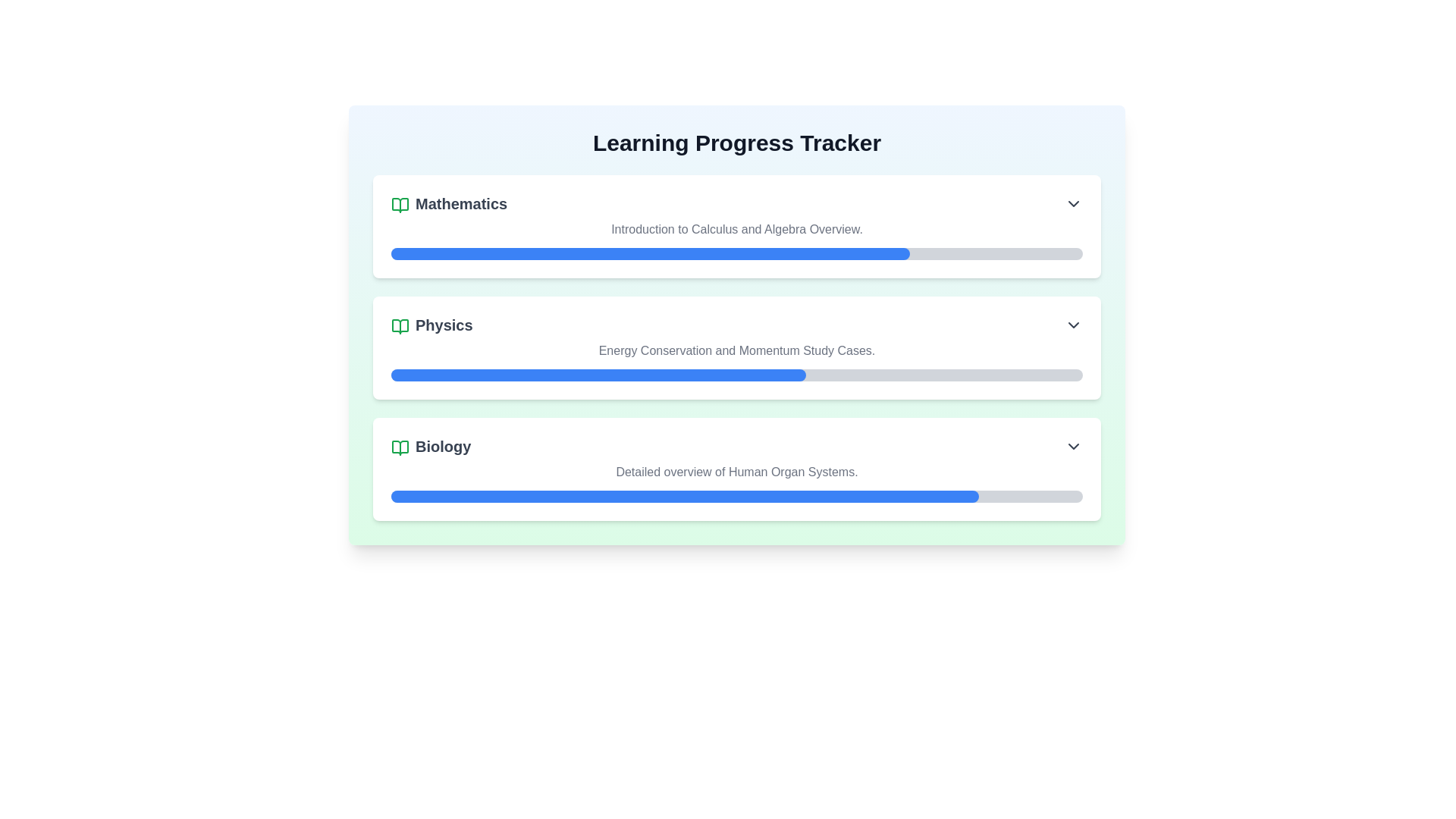  What do you see at coordinates (736, 227) in the screenshot?
I see `the Mathematics module summary Card component, which is the first card in the Learning Progress Tracker section and features a title, description, and progress bar` at bounding box center [736, 227].